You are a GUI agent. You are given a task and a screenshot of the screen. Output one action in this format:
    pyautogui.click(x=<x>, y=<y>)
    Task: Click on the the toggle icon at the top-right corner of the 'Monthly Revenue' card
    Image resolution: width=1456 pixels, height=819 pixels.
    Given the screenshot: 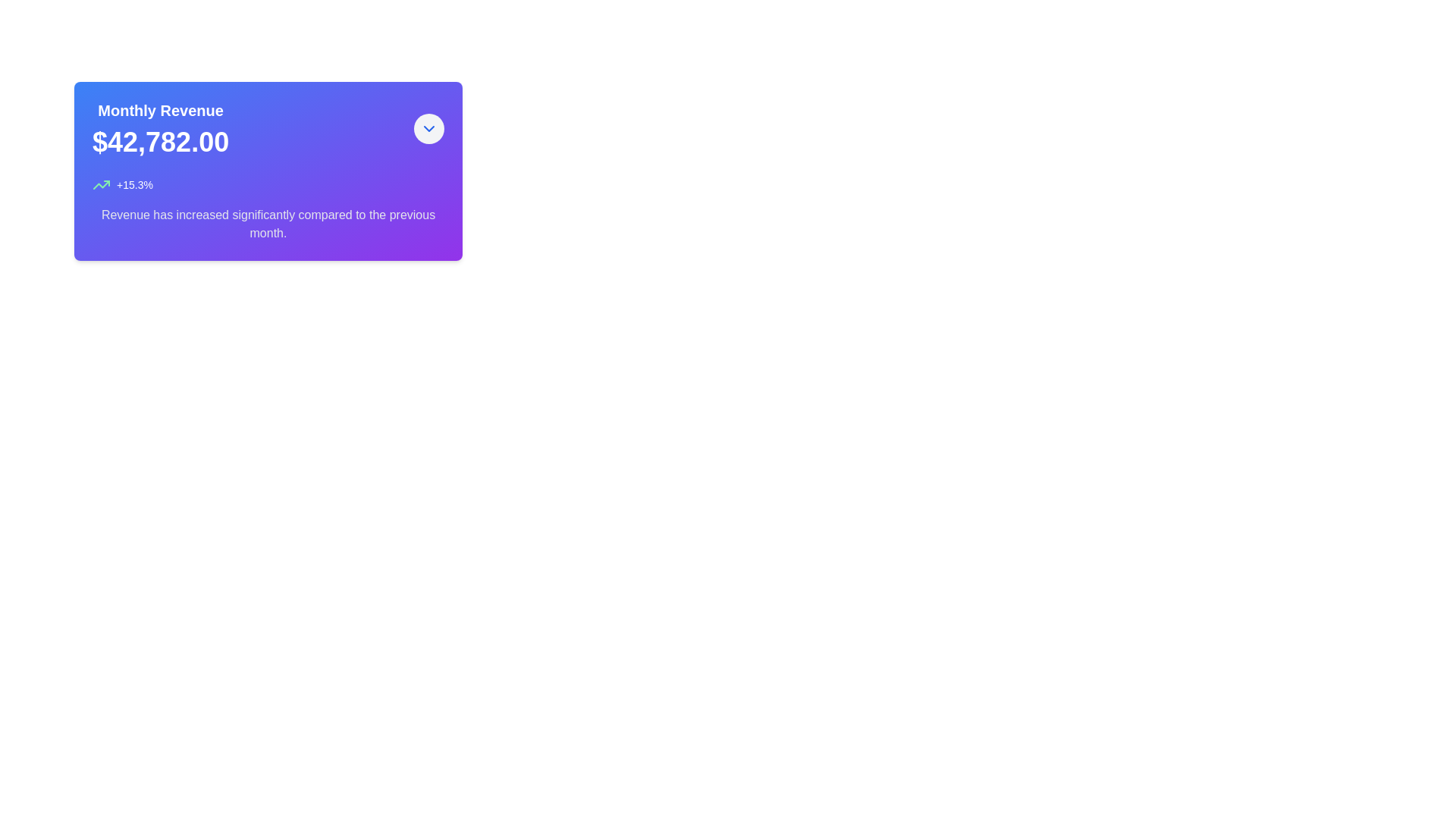 What is the action you would take?
    pyautogui.click(x=428, y=127)
    